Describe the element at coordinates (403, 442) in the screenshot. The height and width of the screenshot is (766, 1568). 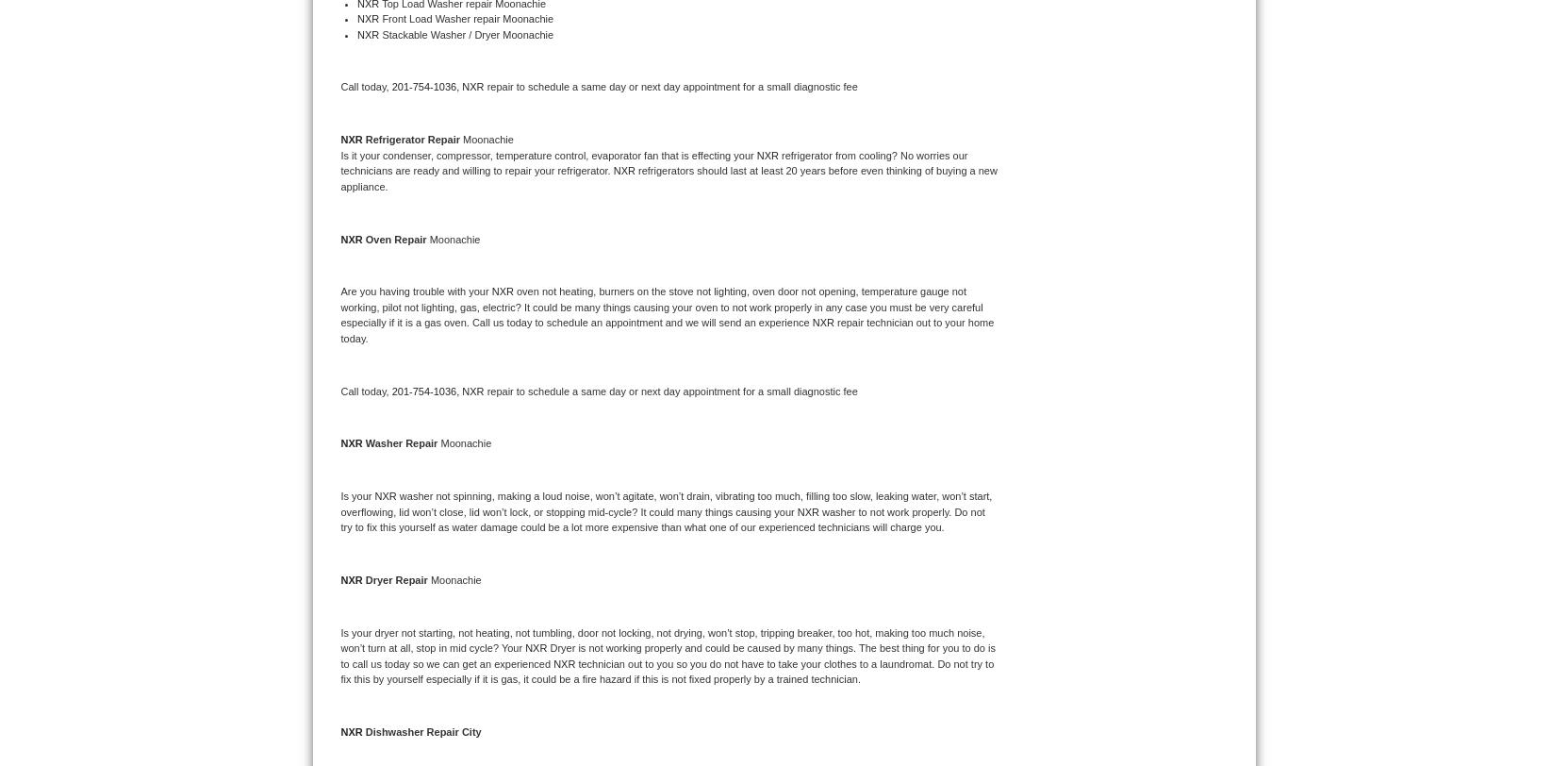
I see `'Washer Repair'` at that location.